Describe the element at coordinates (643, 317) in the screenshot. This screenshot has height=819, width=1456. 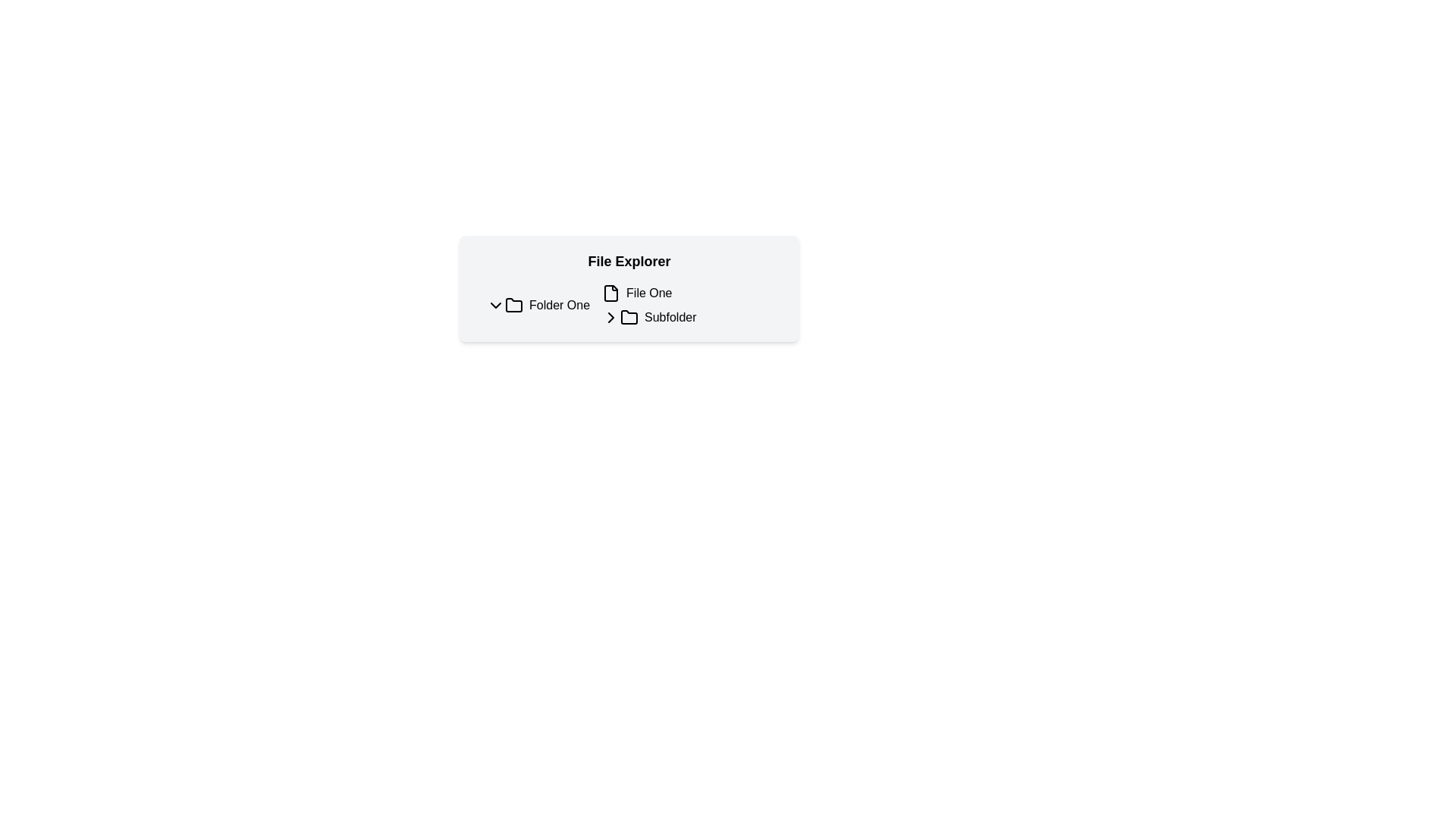
I see `the chevron on the collapsible folder item located below 'File One' in the file explorer interface` at that location.